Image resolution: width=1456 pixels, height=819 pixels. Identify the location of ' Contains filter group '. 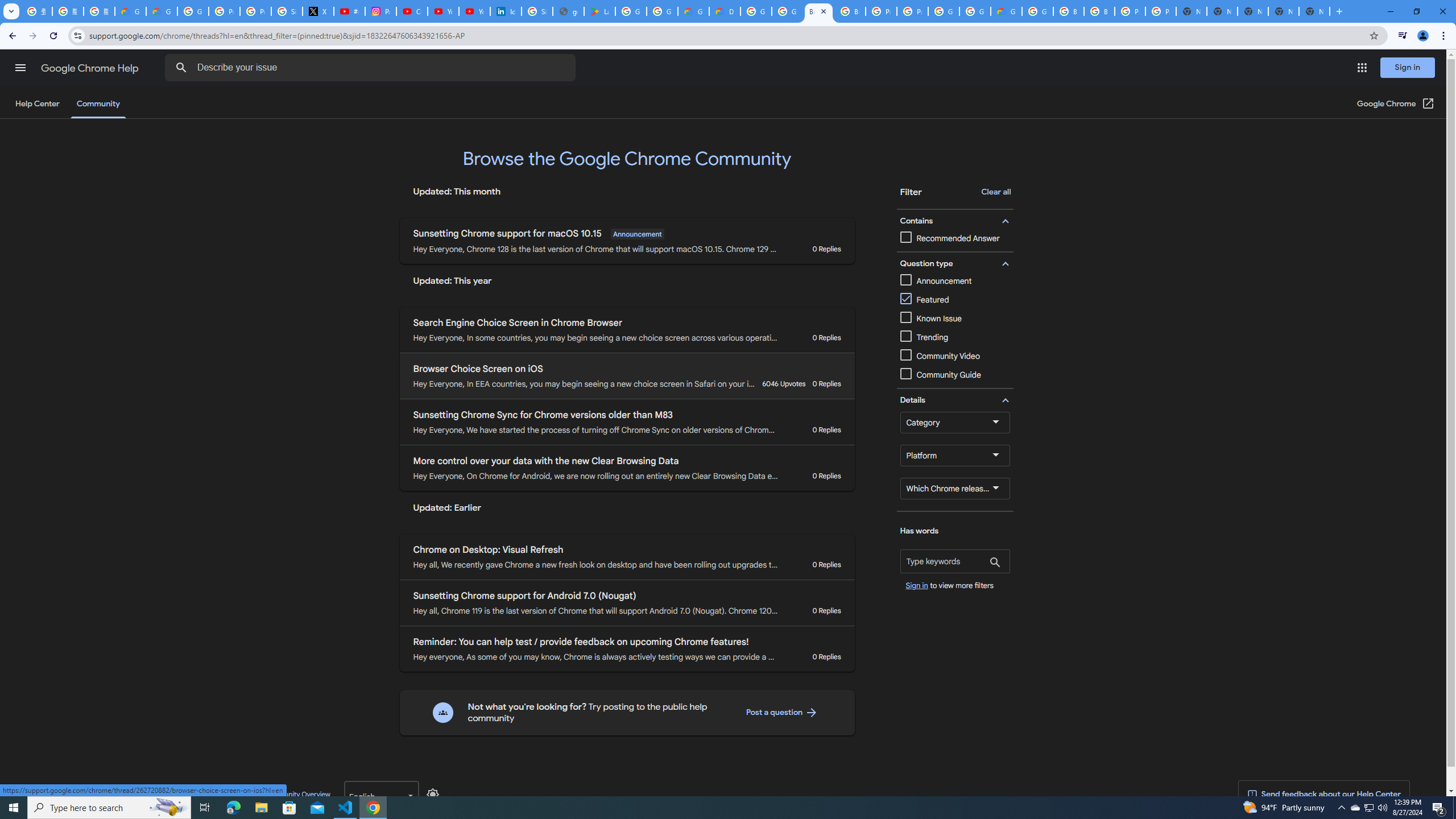
(953, 220).